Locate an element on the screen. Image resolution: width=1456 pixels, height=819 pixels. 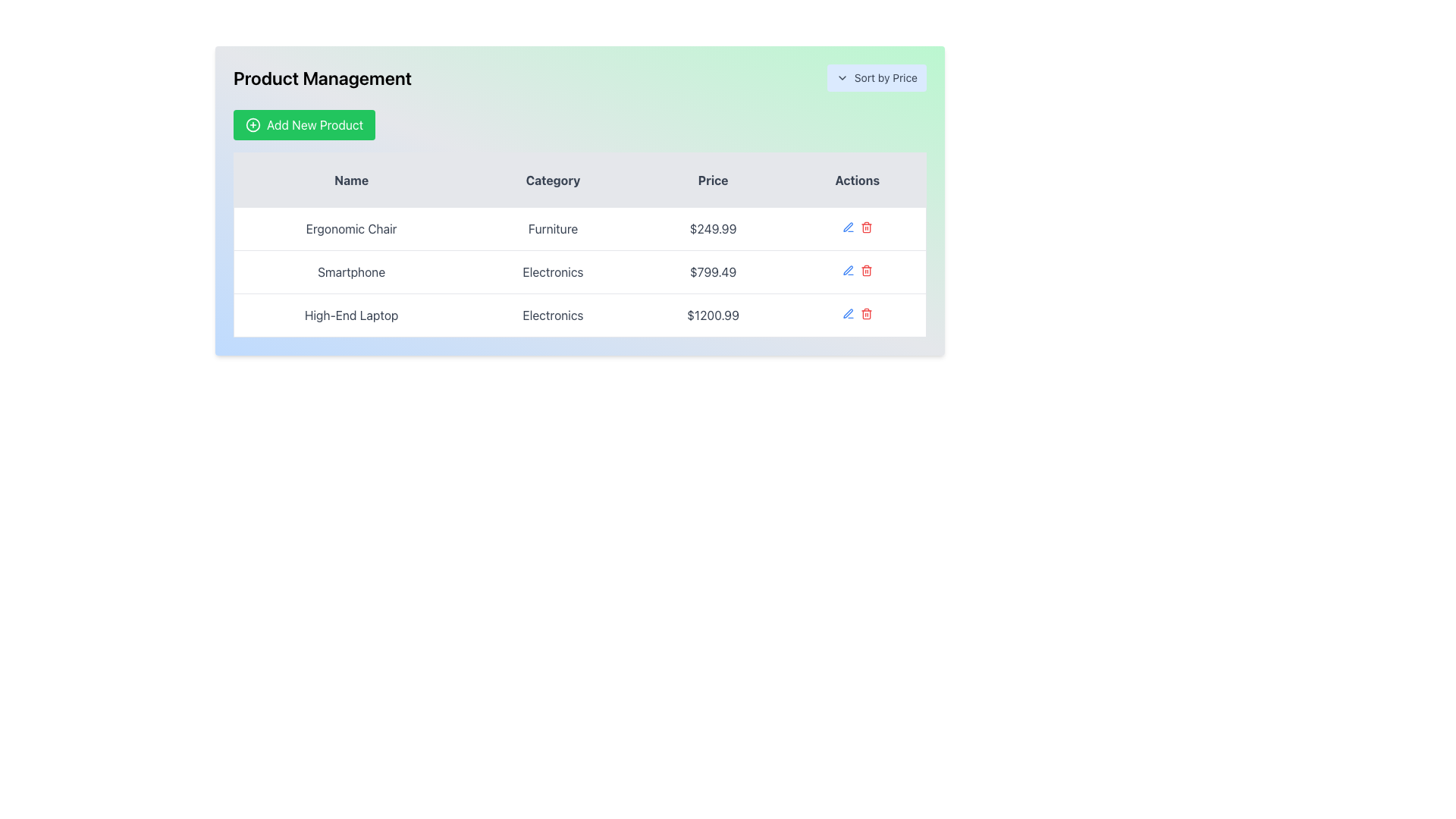
the red trash icon button at the end of the action column in the last row of the product information table is located at coordinates (866, 312).